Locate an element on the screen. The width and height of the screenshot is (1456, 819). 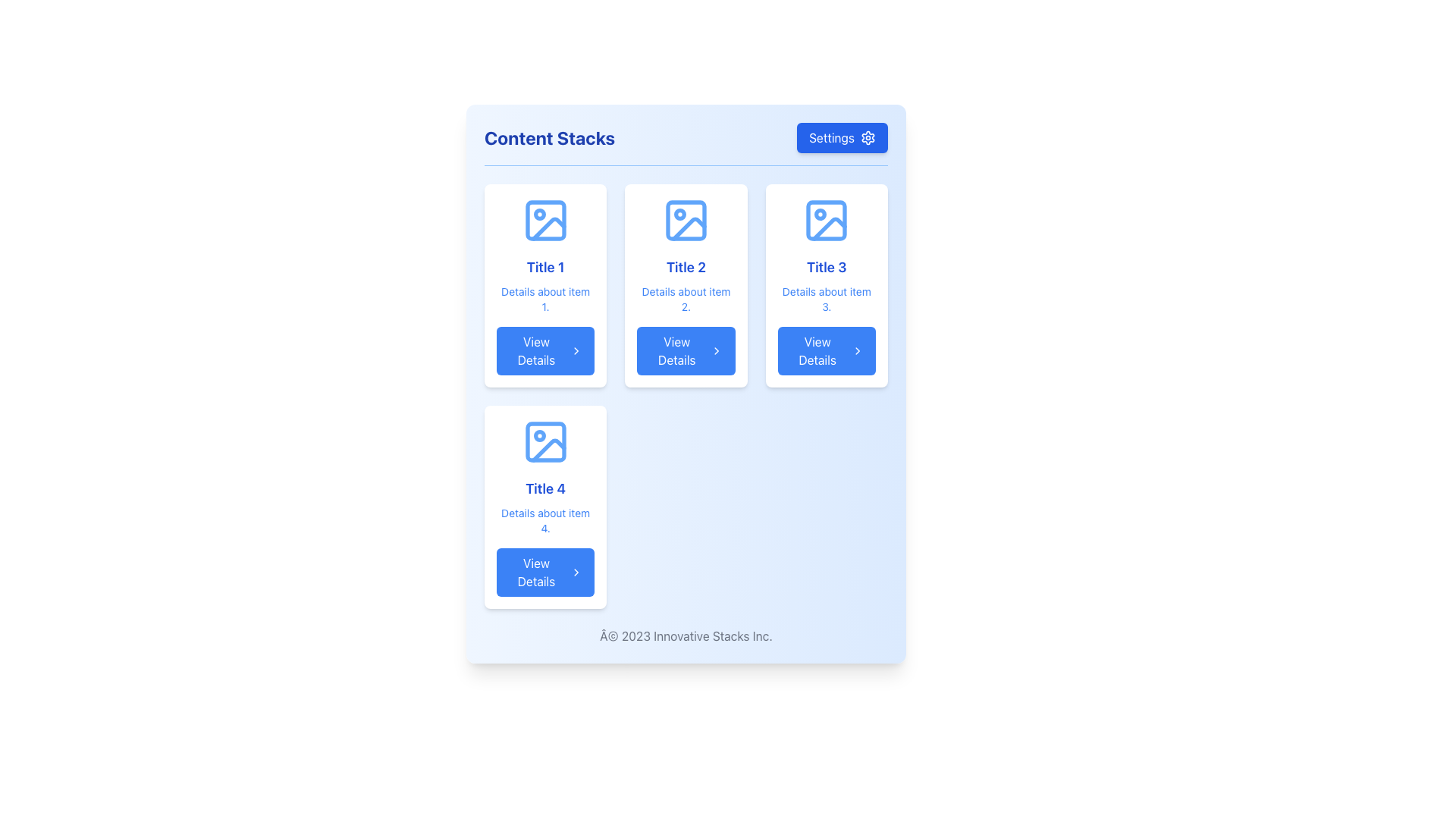
the text label located at the center of the top half of the card, which identifies the item represented by the card and is positioned directly beneath a blue icon is located at coordinates (545, 267).